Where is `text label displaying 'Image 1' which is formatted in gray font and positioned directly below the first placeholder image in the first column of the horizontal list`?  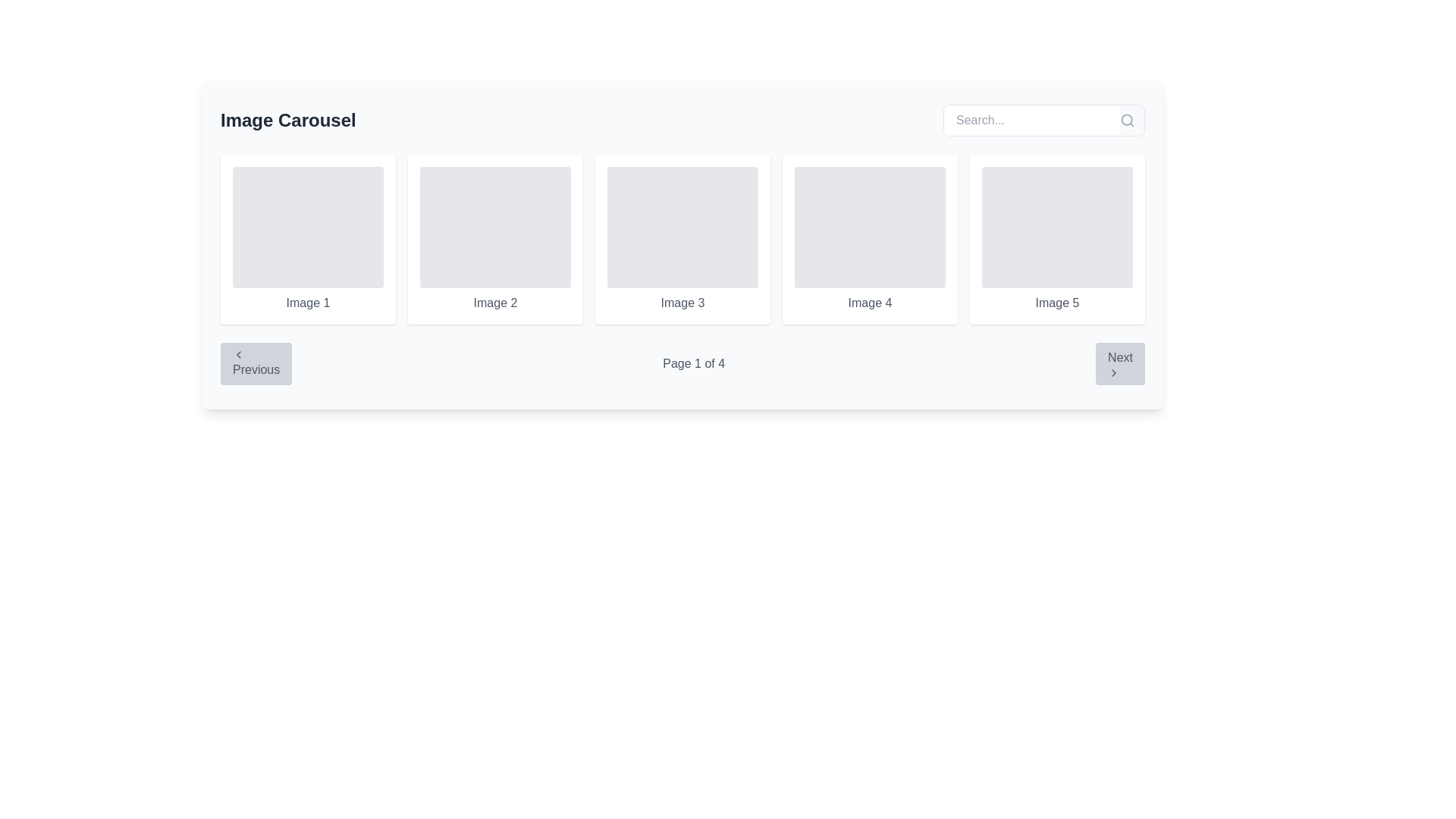 text label displaying 'Image 1' which is formatted in gray font and positioned directly below the first placeholder image in the first column of the horizontal list is located at coordinates (307, 303).